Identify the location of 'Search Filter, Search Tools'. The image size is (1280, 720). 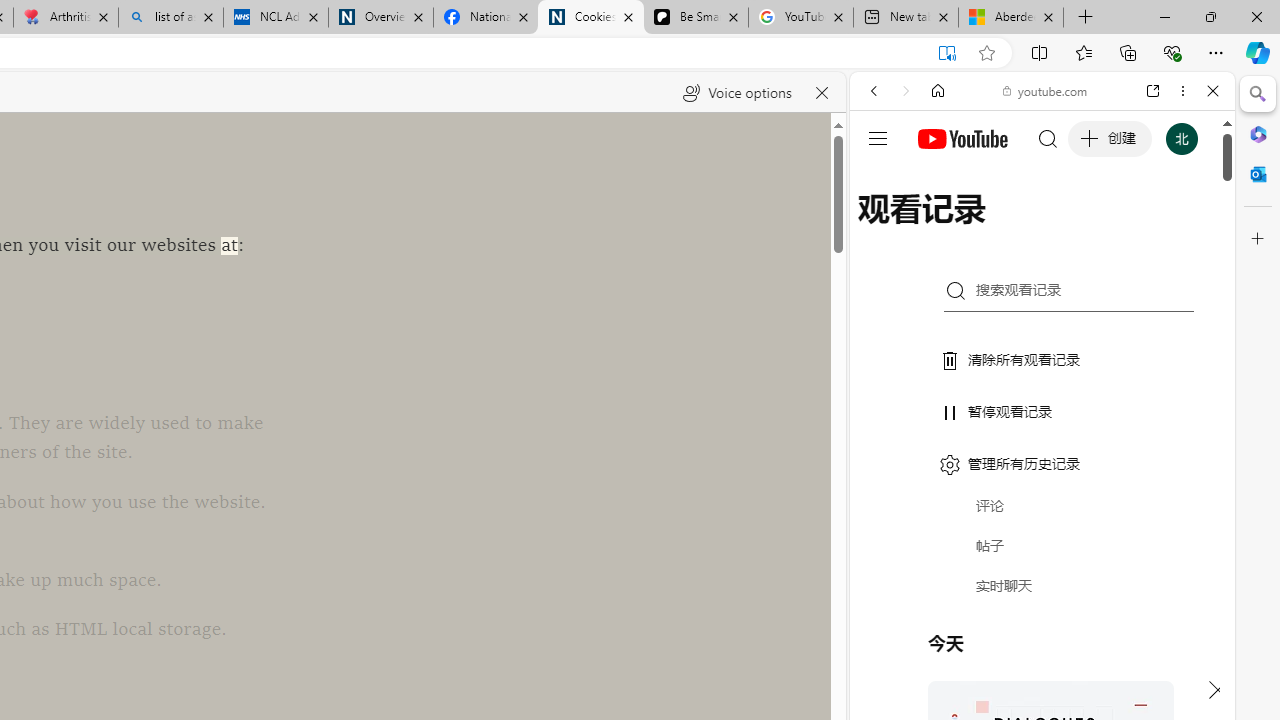
(1092, 227).